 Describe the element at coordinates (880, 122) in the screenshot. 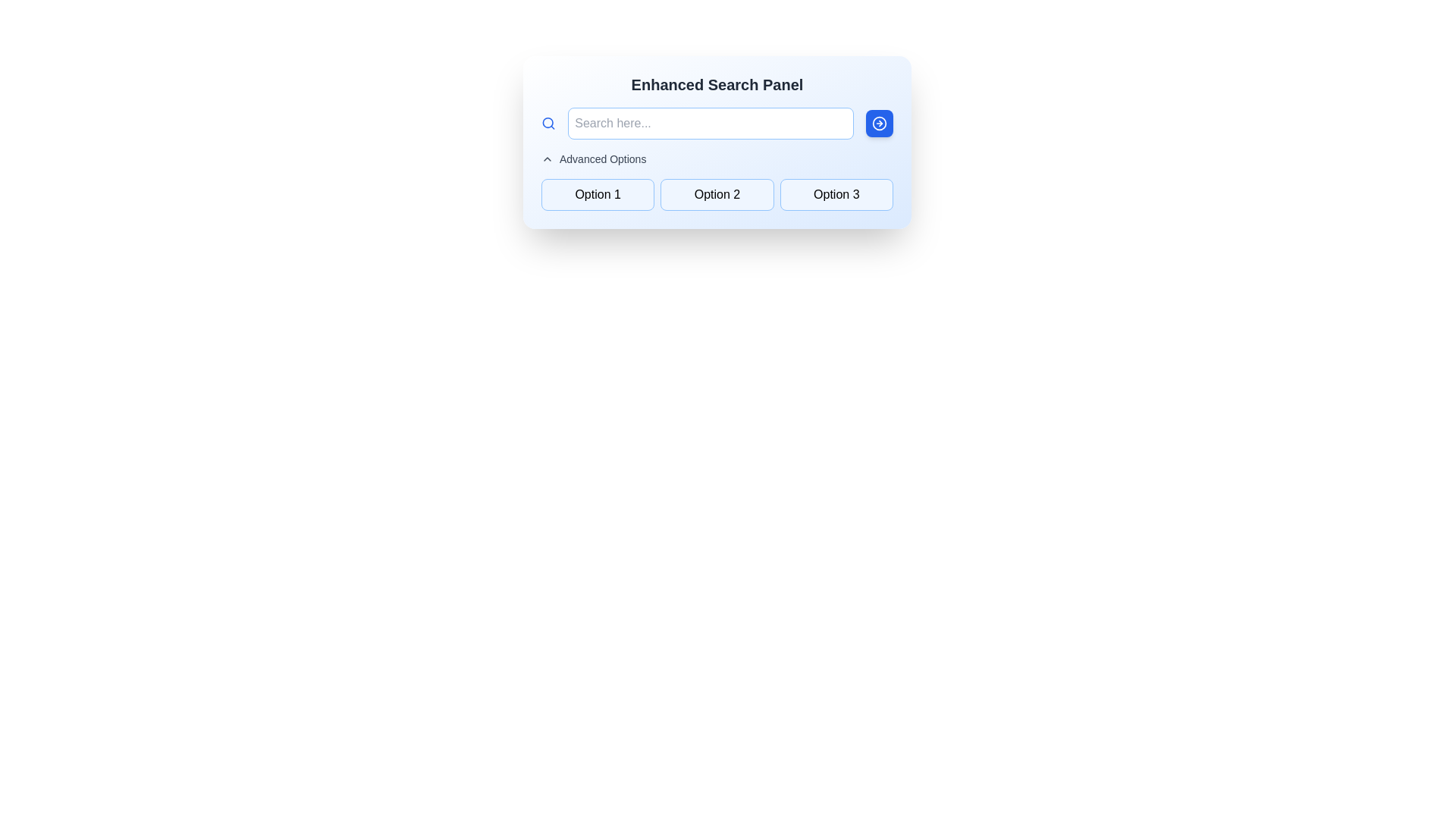

I see `the rounded blue button with a white circular arrow icon located at the rightmost end of the row containing a search input field` at that location.